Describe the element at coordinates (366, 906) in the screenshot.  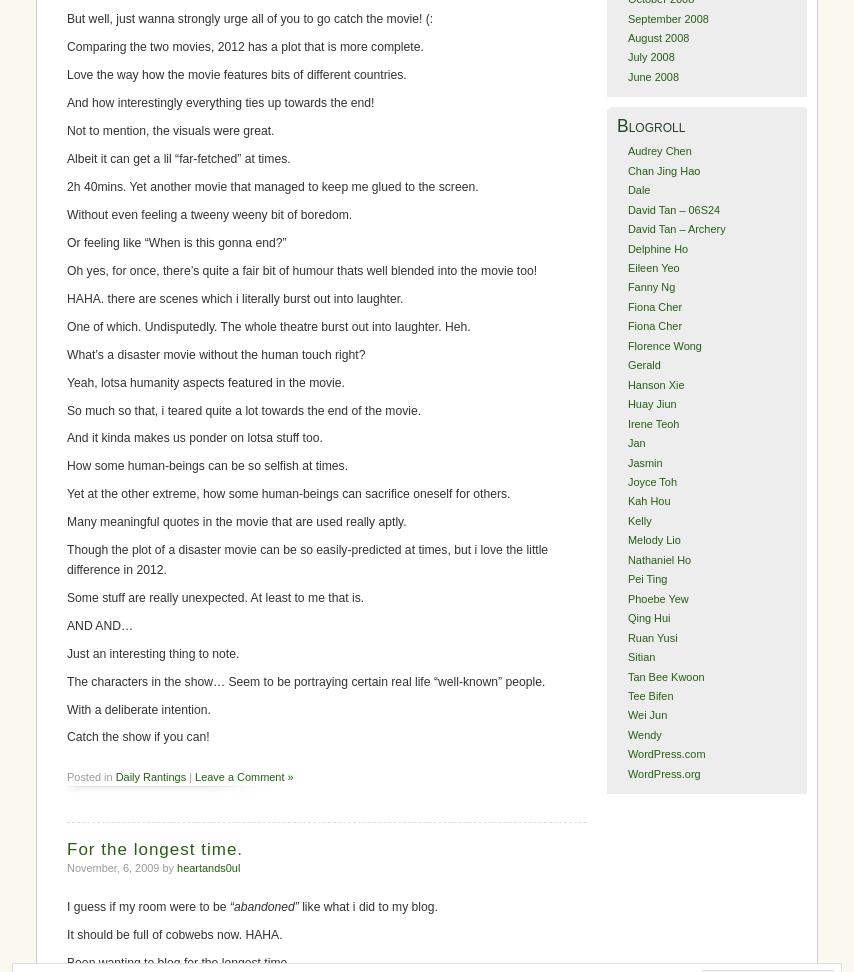
I see `'like what i did to my blog.'` at that location.